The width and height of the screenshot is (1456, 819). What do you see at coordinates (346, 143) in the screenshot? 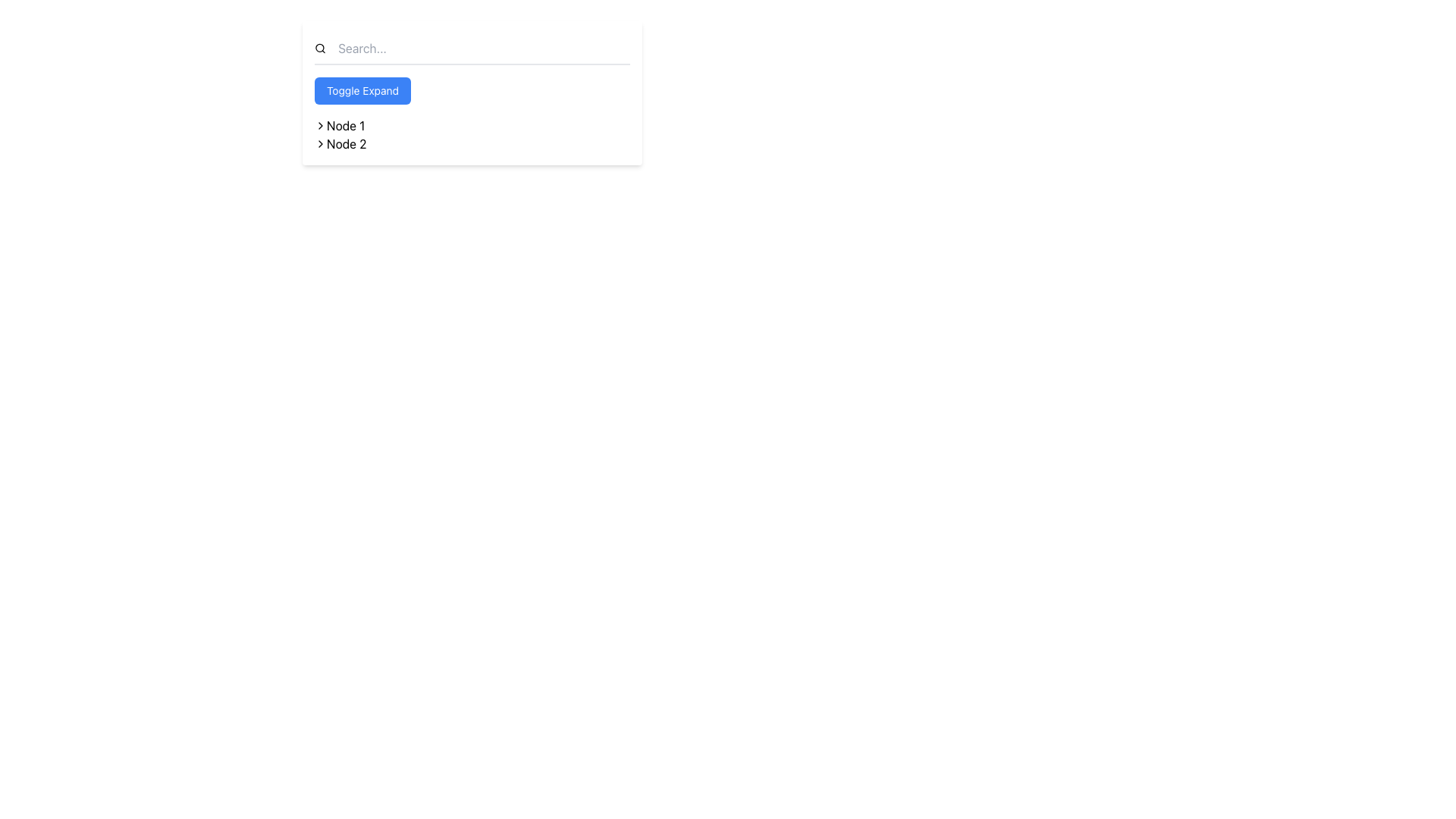
I see `the text item labeled 'Node 2'` at bounding box center [346, 143].